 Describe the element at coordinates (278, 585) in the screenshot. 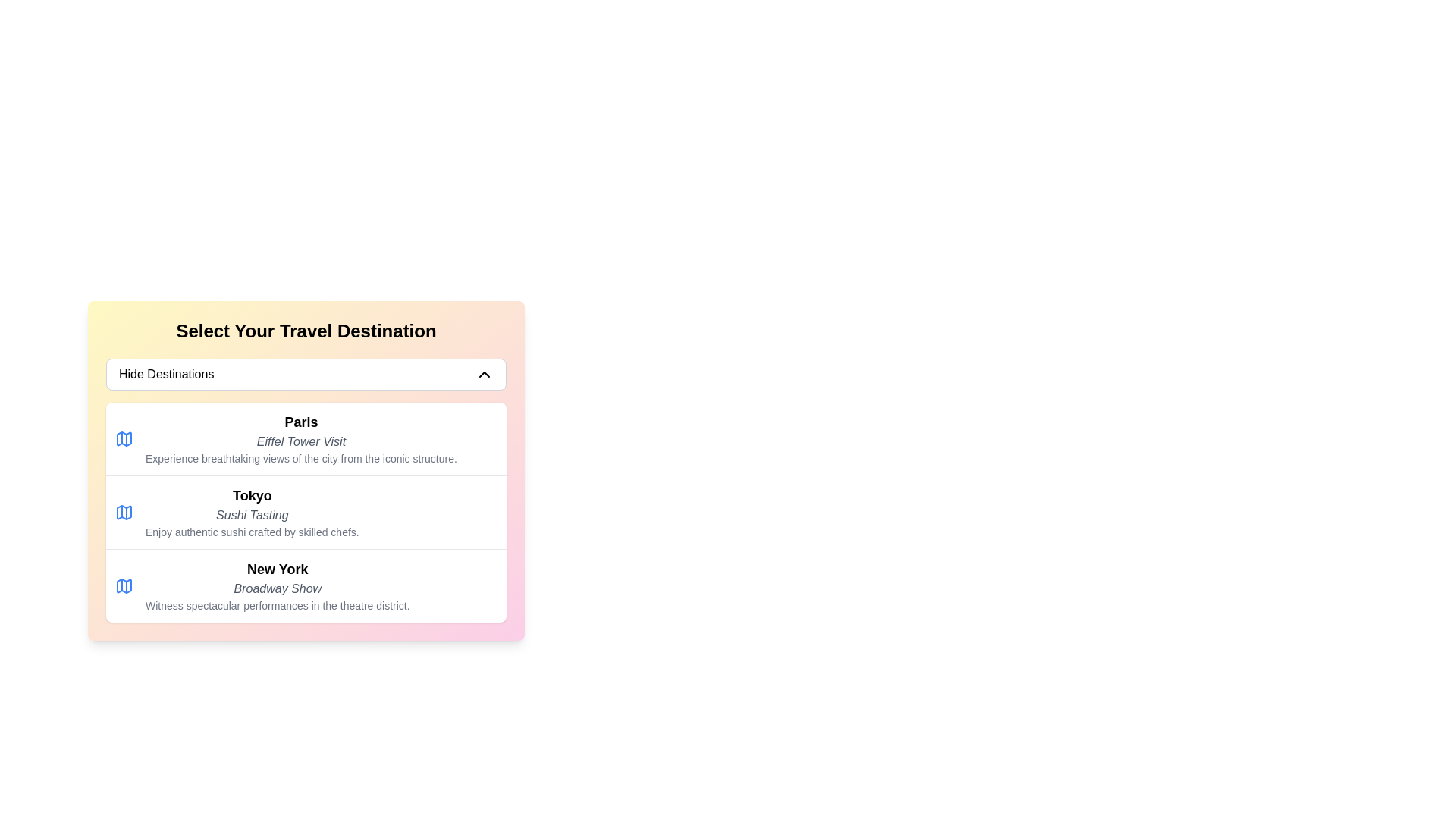

I see `the third list item representing the travel destination 'New York'` at that location.